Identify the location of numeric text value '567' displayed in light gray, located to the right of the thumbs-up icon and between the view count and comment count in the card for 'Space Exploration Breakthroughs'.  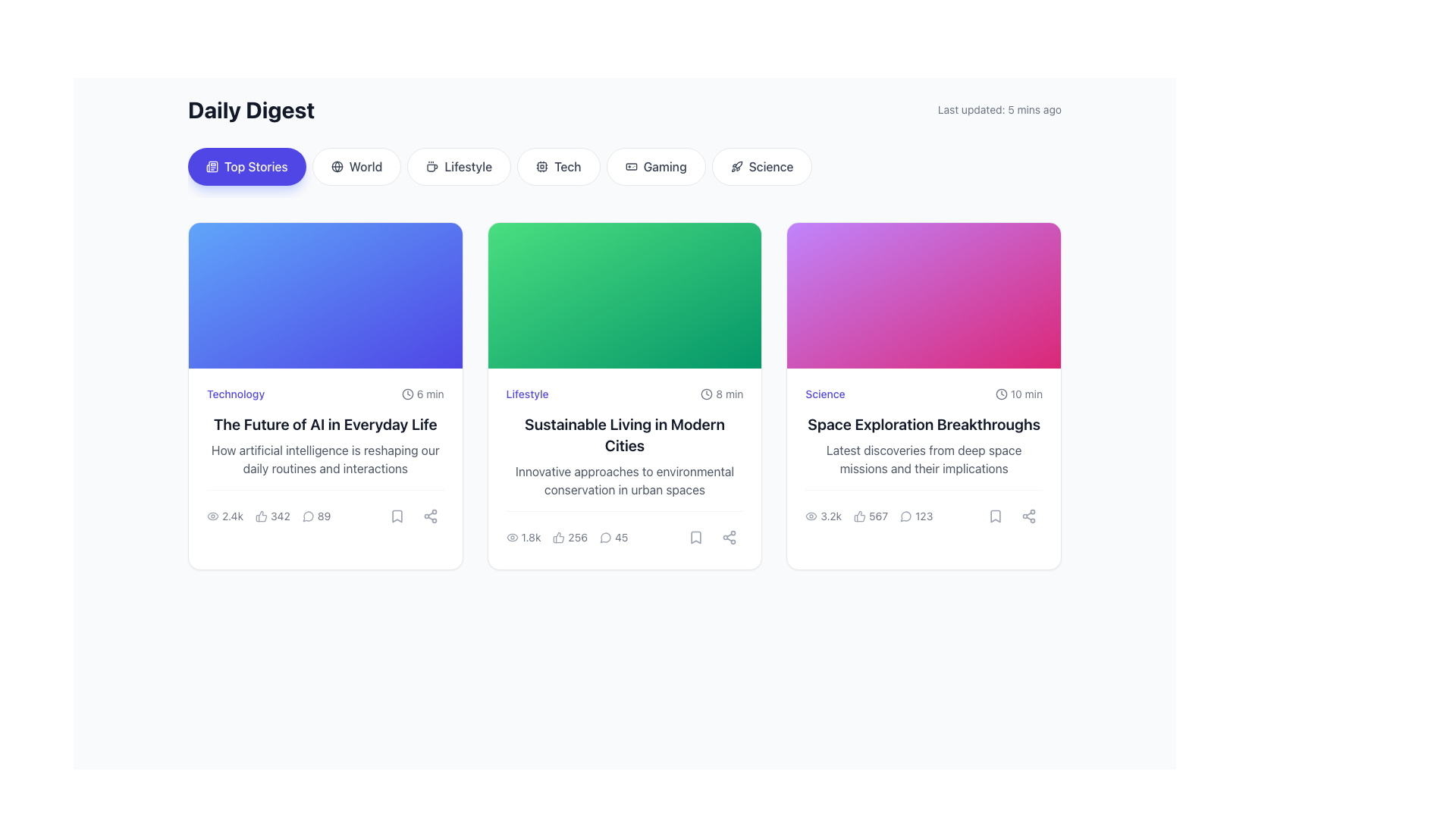
(871, 516).